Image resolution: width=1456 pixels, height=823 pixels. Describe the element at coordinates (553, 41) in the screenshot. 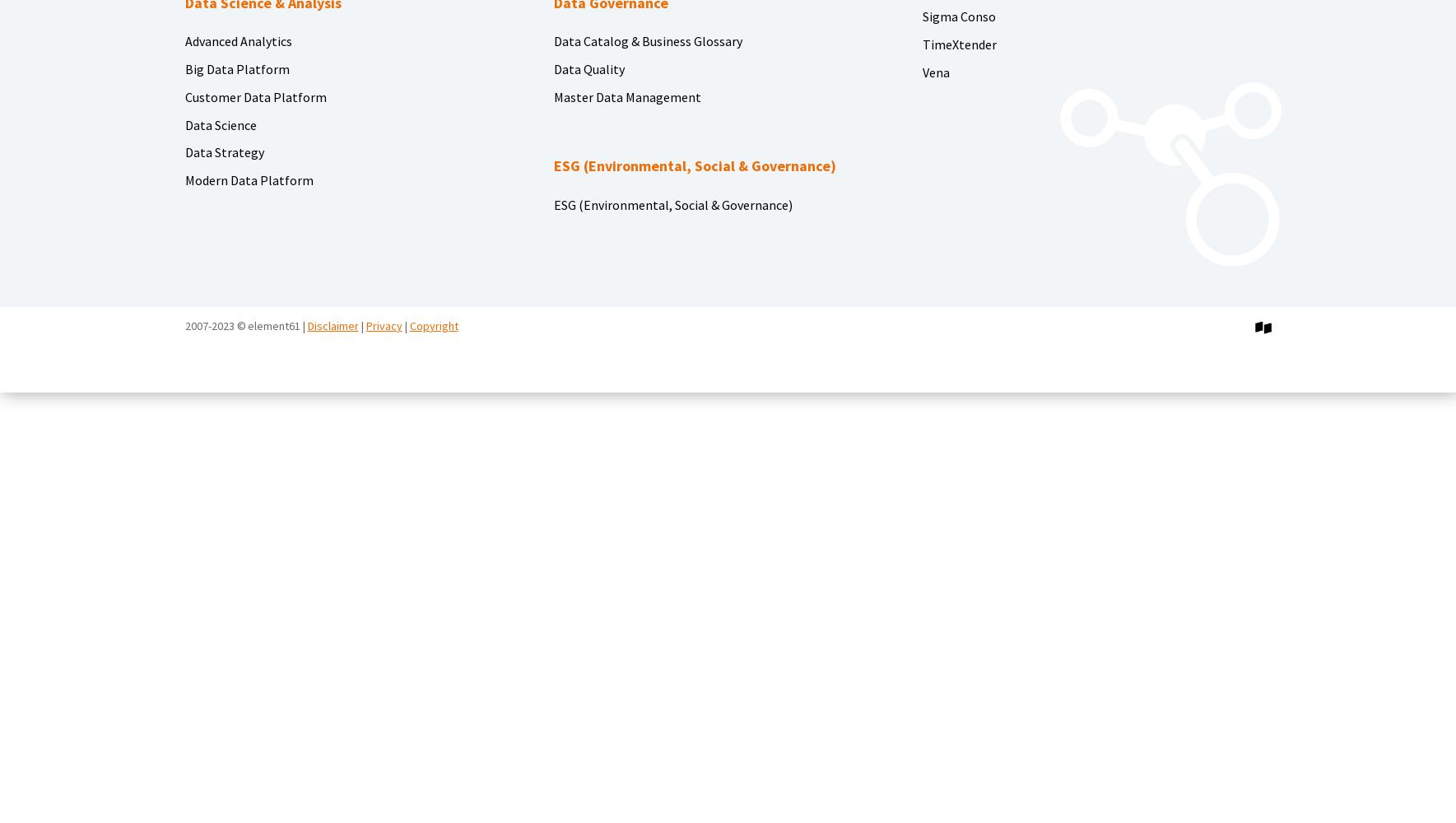

I see `'Data Catalog & Business Glossary'` at that location.